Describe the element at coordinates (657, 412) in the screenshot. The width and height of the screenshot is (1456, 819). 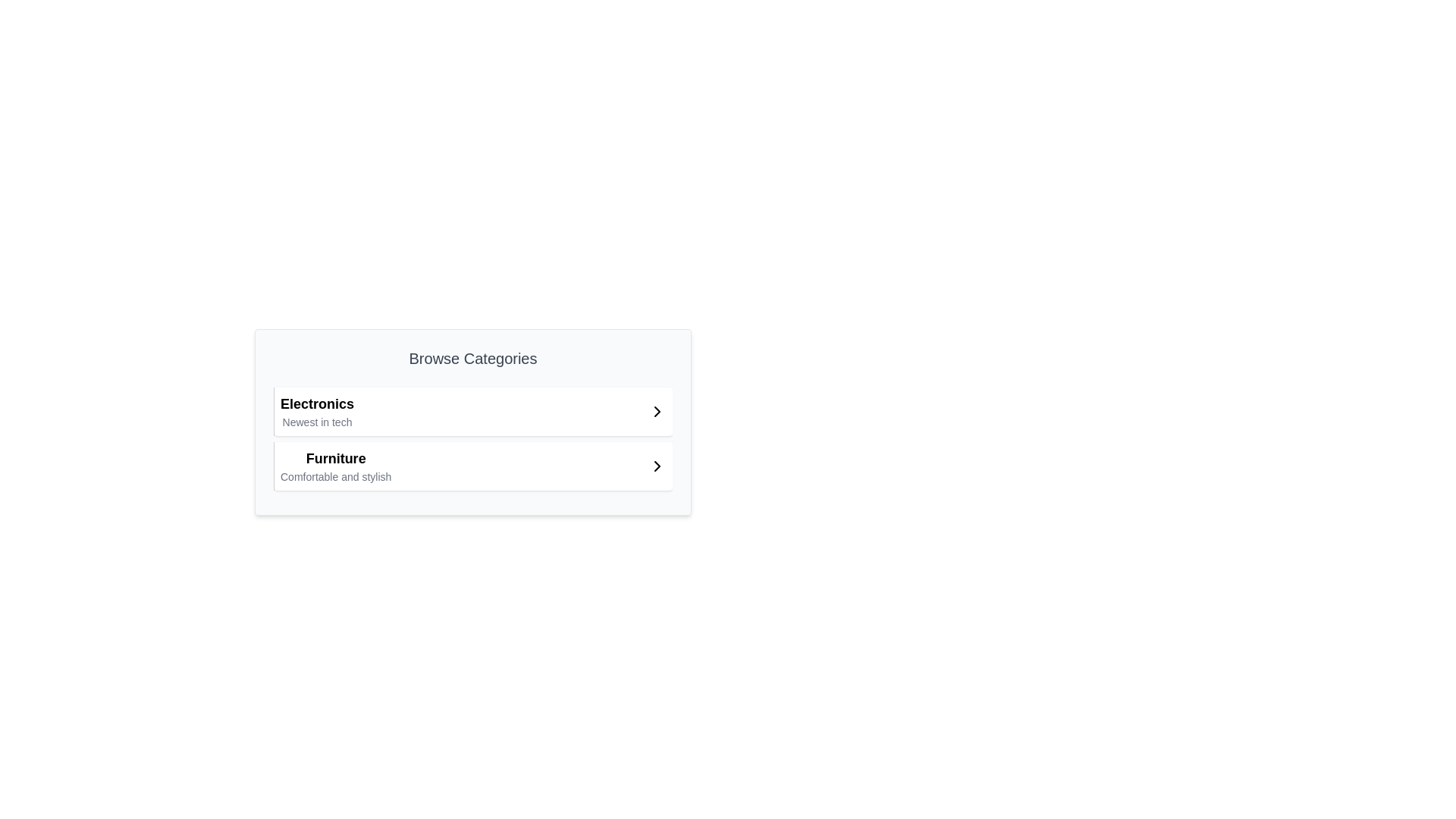
I see `the chevron icon indicating navigation for the 'Electronics' category` at that location.